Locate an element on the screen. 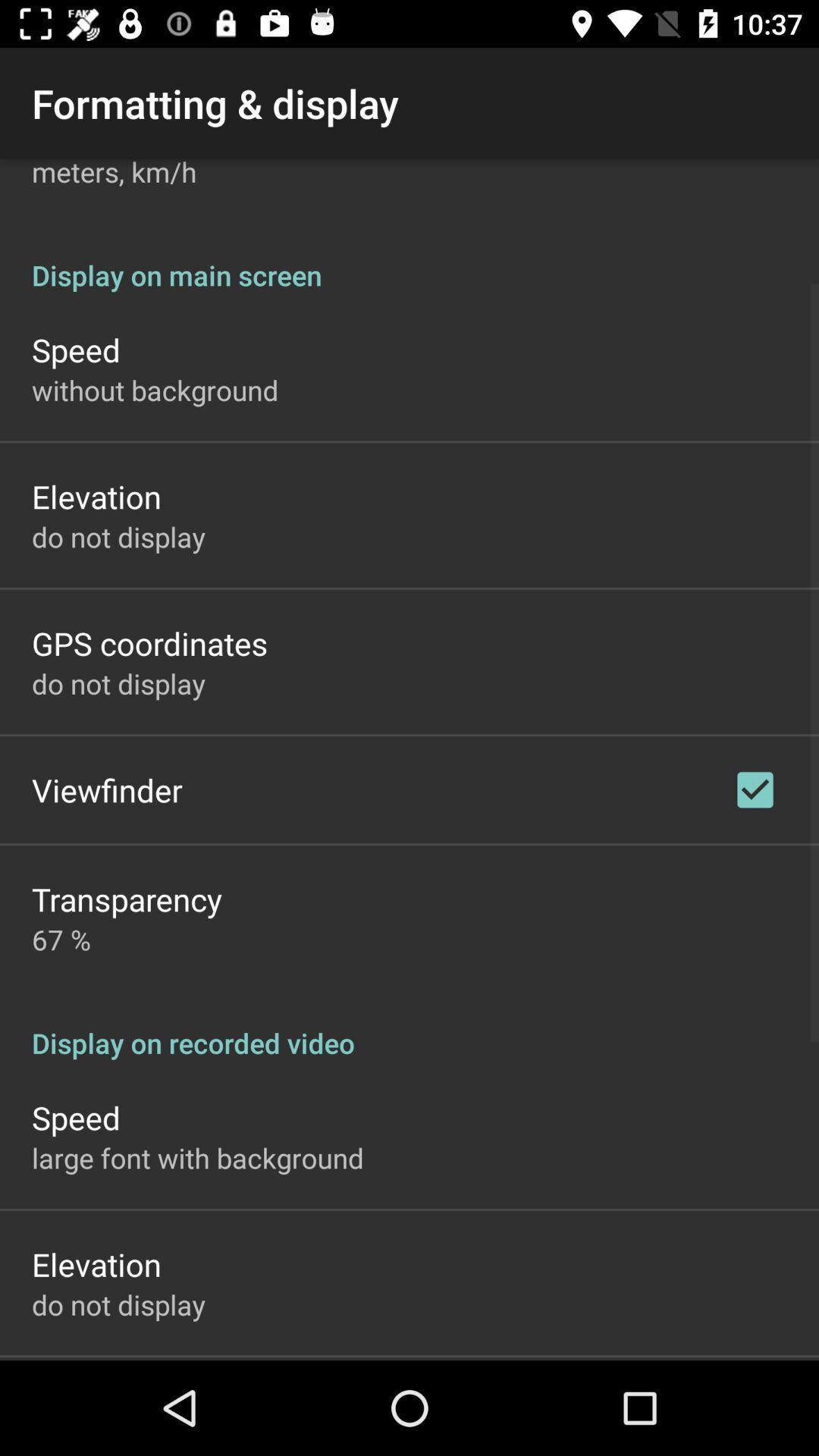 This screenshot has width=819, height=1456. the without background icon is located at coordinates (155, 390).